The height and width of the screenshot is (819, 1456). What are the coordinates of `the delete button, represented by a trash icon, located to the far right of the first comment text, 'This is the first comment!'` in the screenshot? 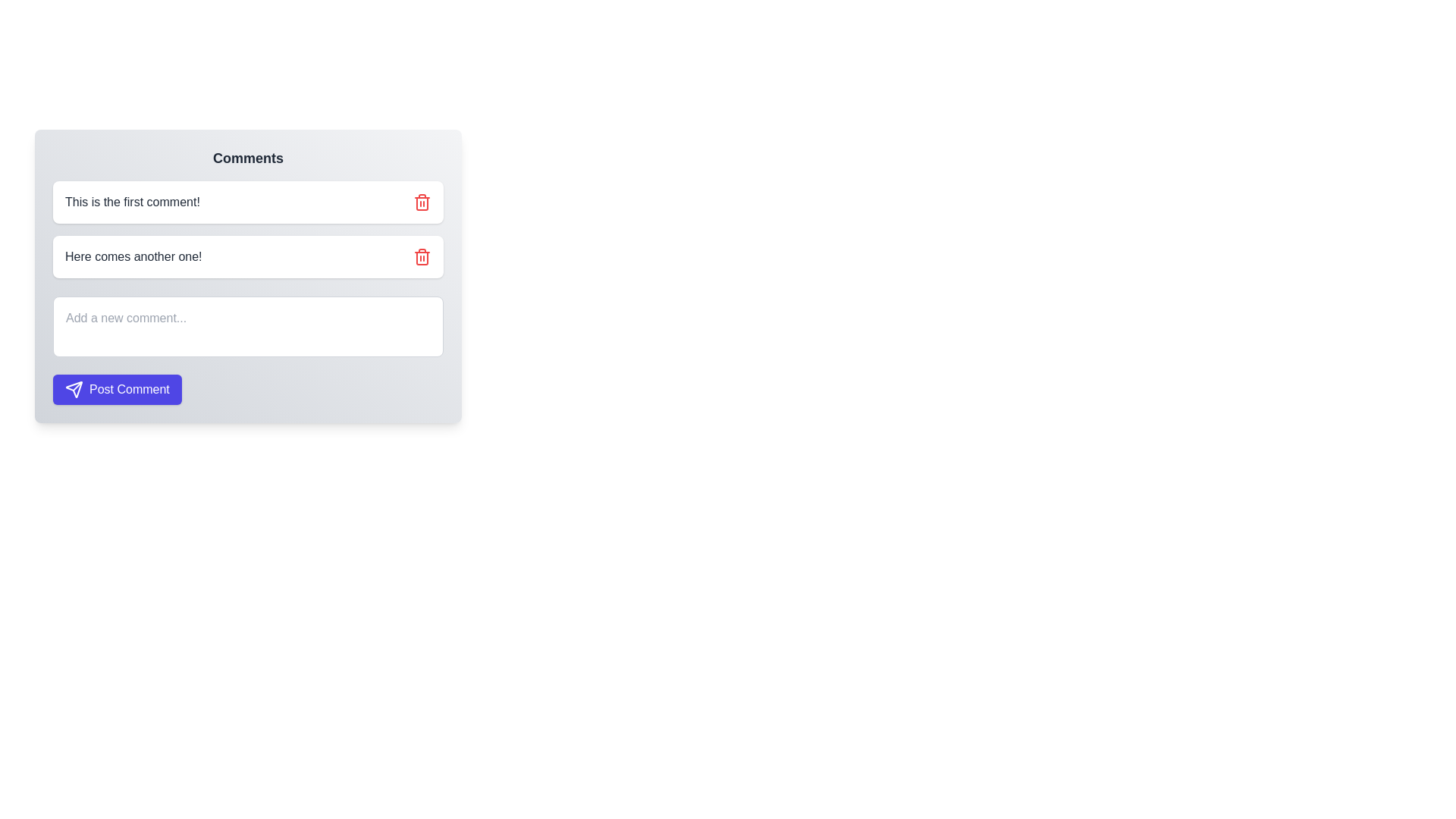 It's located at (422, 201).